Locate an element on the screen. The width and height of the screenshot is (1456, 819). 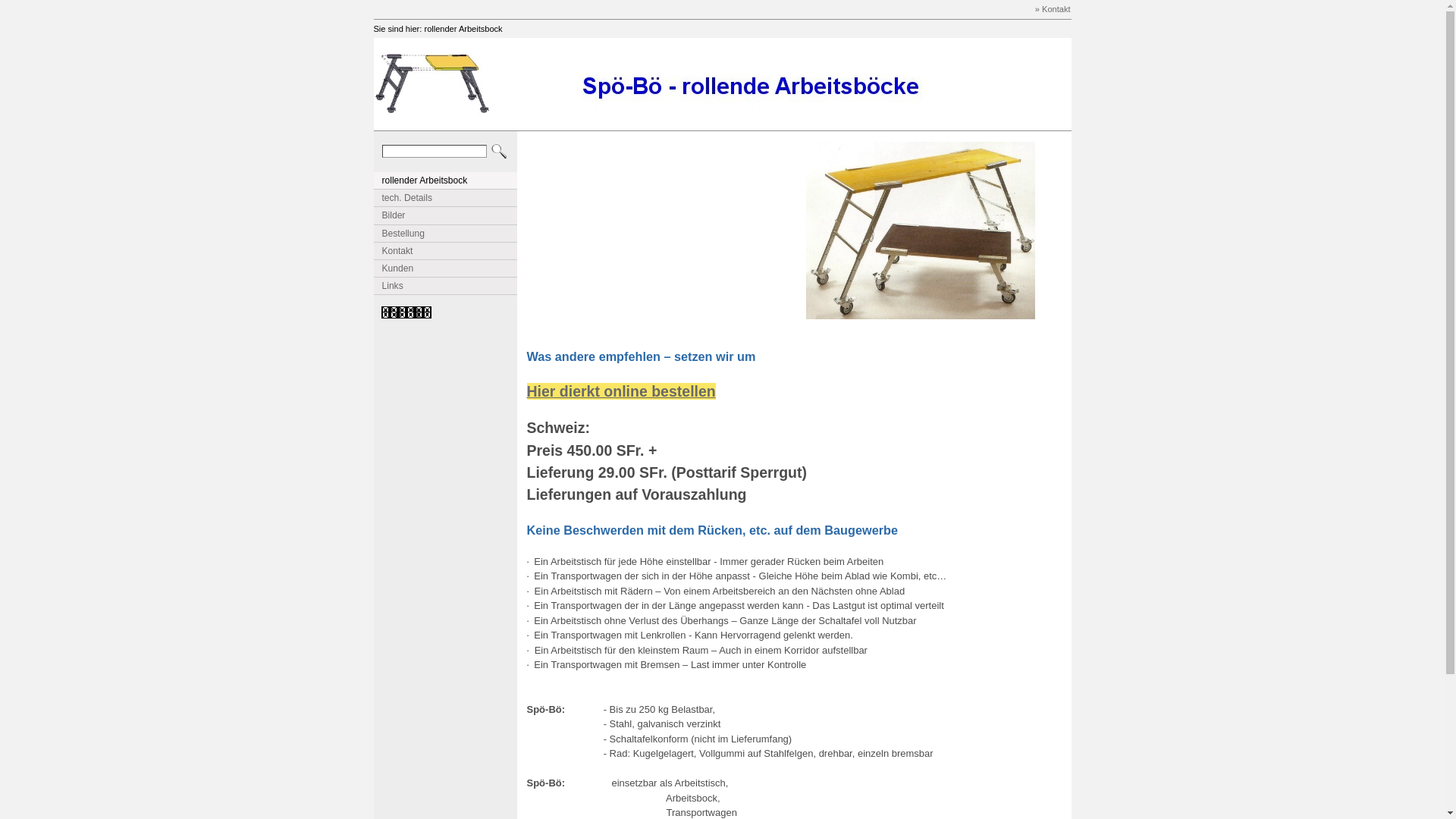
'Bestellung' is located at coordinates (444, 234).